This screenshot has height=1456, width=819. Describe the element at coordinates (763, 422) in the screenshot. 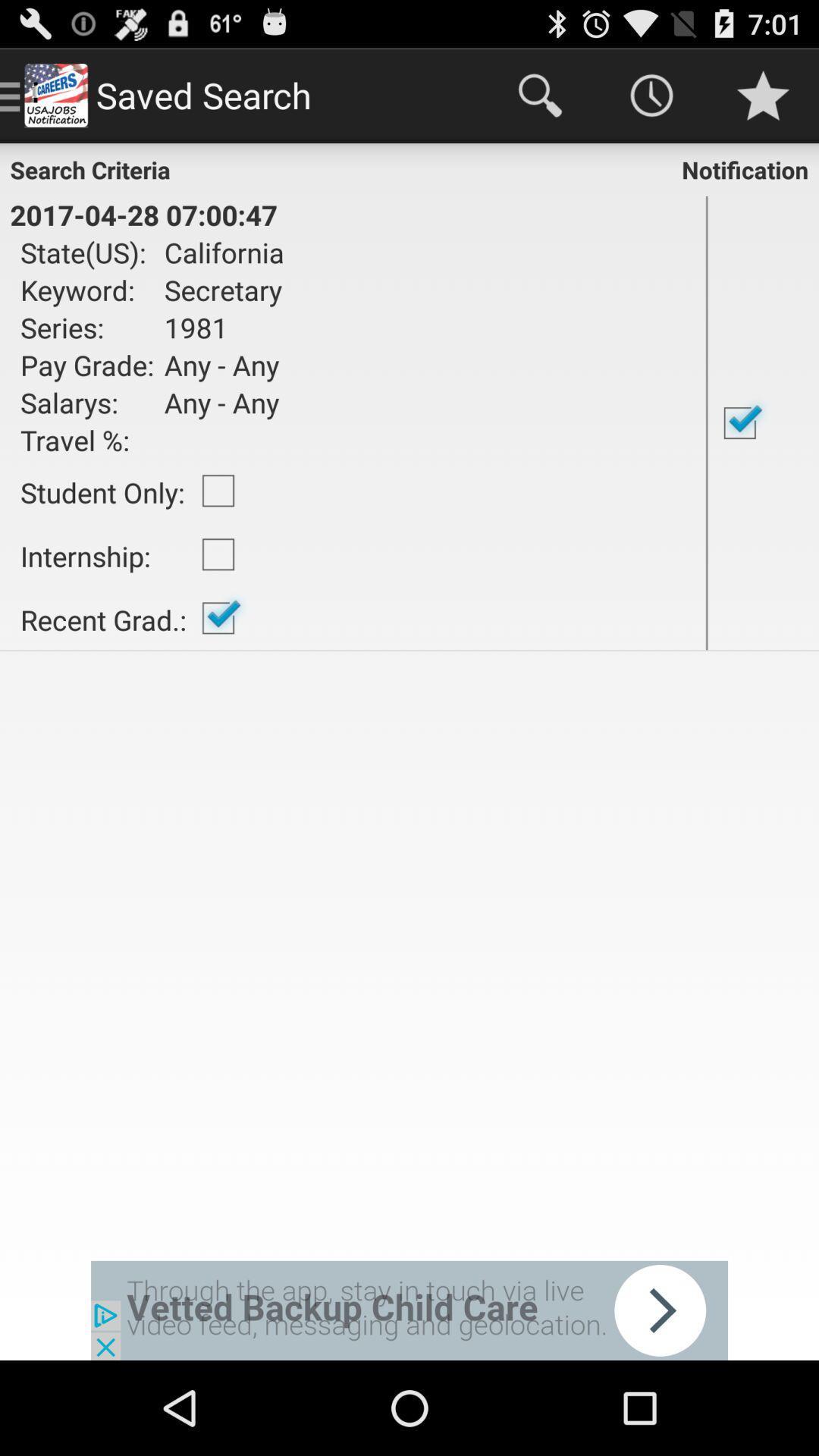

I see `activate or deactivate the notifications` at that location.